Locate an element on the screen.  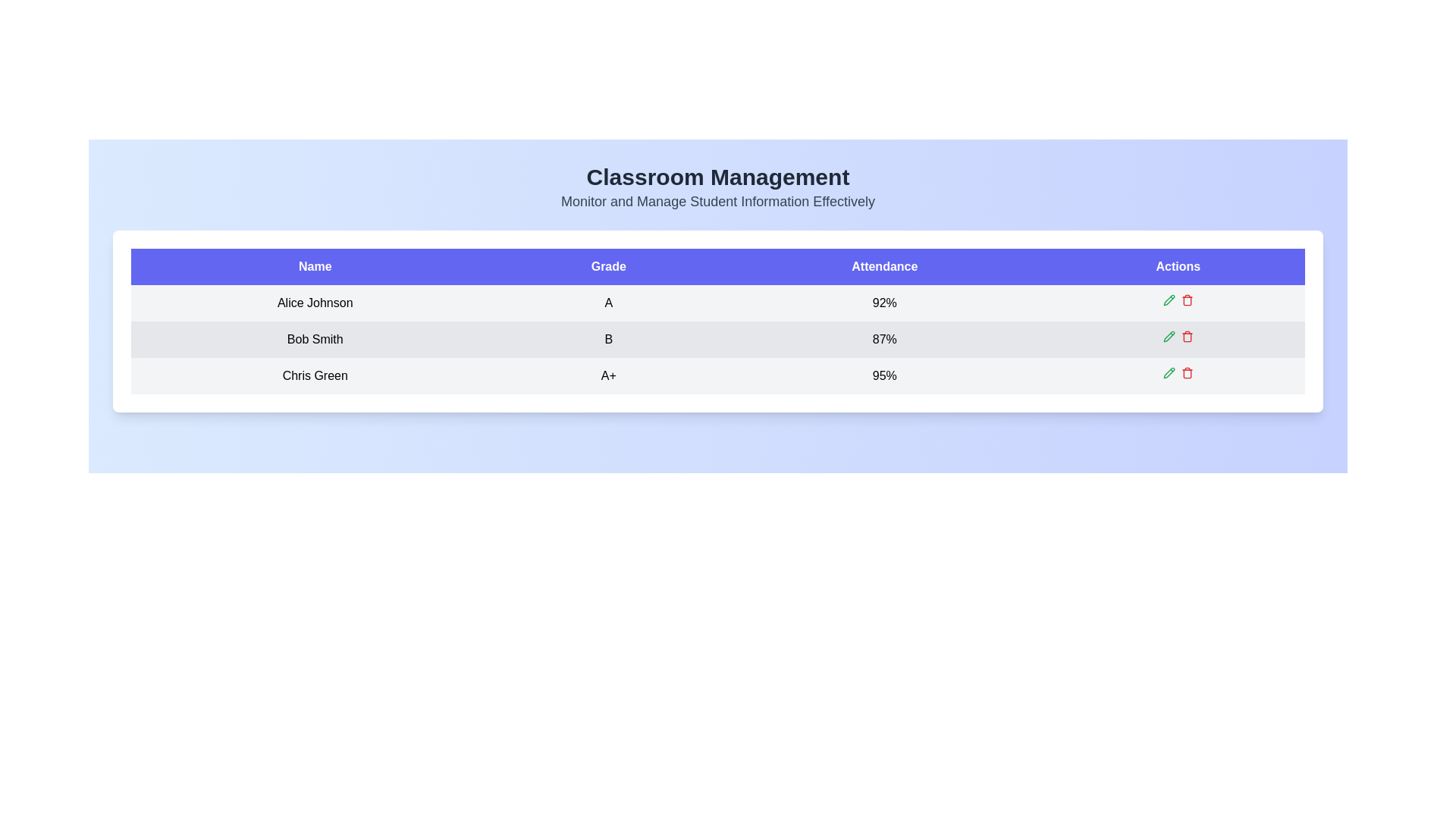
the bold character 'B' in the light grey rectangular cell under the 'Grade' column for the student 'Bob Smith', located in the second row of the table is located at coordinates (608, 338).